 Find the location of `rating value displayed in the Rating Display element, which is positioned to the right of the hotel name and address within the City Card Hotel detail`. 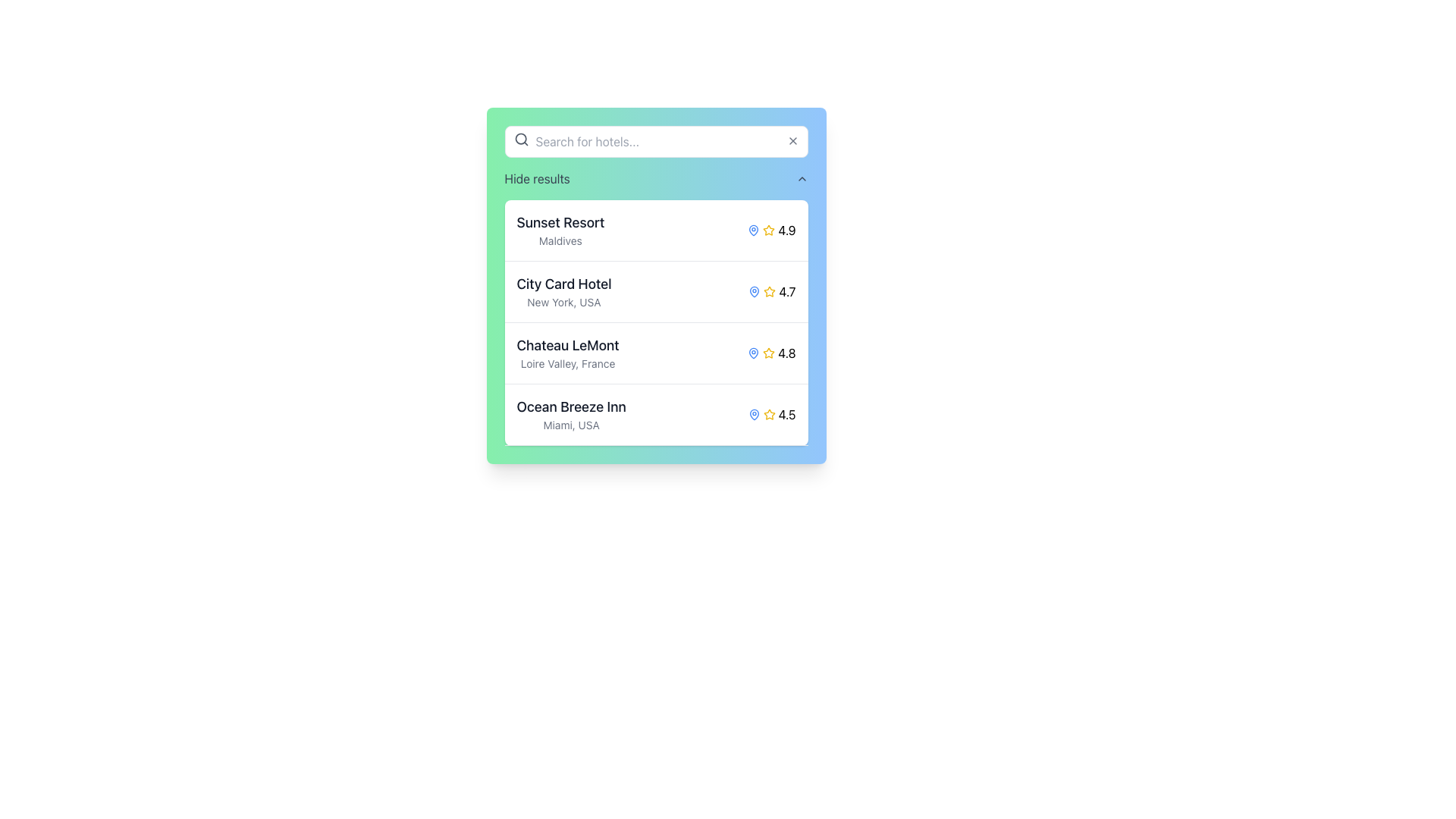

rating value displayed in the Rating Display element, which is positioned to the right of the hotel name and address within the City Card Hotel detail is located at coordinates (772, 292).